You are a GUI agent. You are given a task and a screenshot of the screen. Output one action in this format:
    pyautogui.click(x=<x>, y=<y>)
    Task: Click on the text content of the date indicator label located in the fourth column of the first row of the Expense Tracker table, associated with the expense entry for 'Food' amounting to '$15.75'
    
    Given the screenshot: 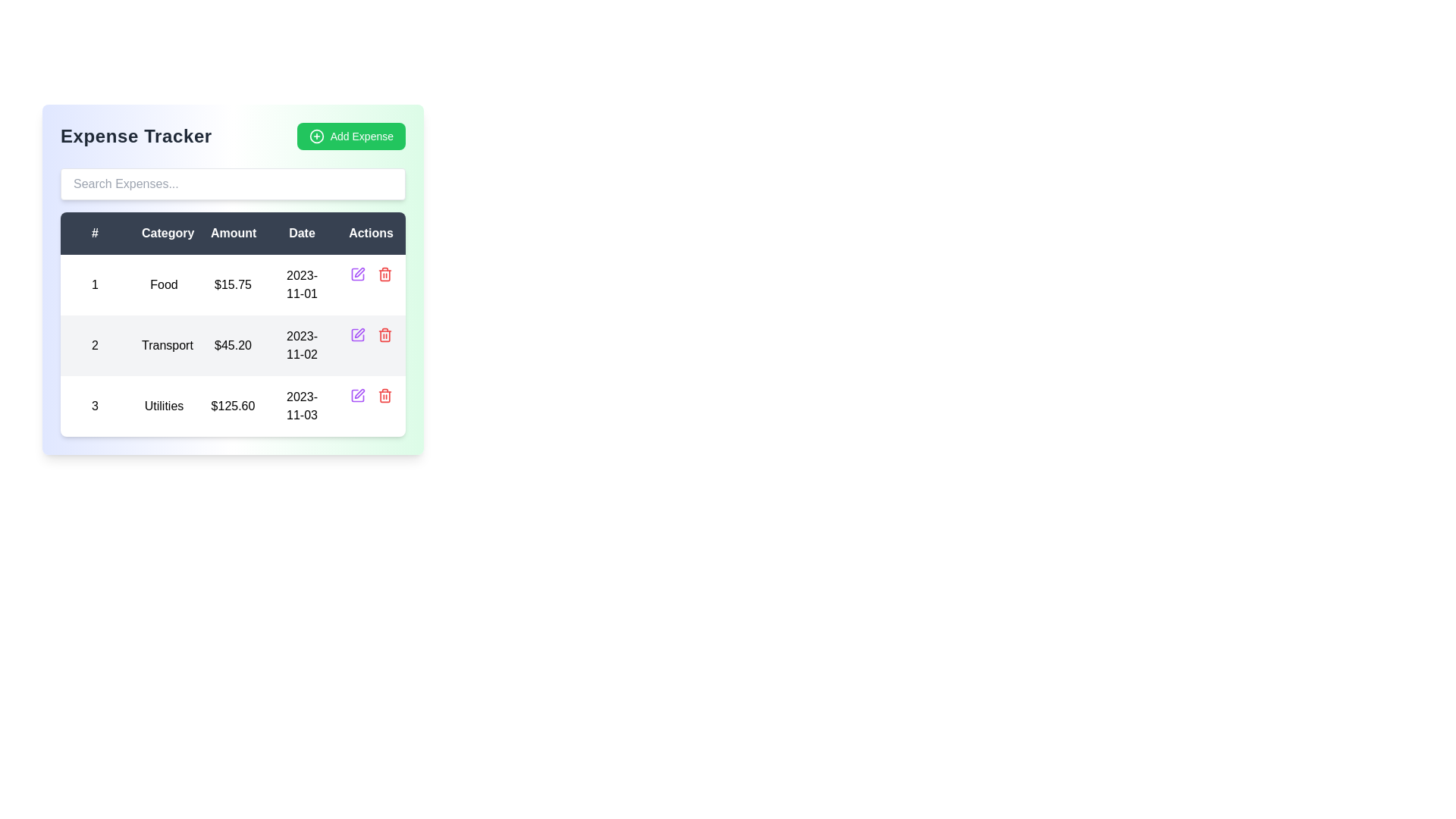 What is the action you would take?
    pyautogui.click(x=302, y=284)
    